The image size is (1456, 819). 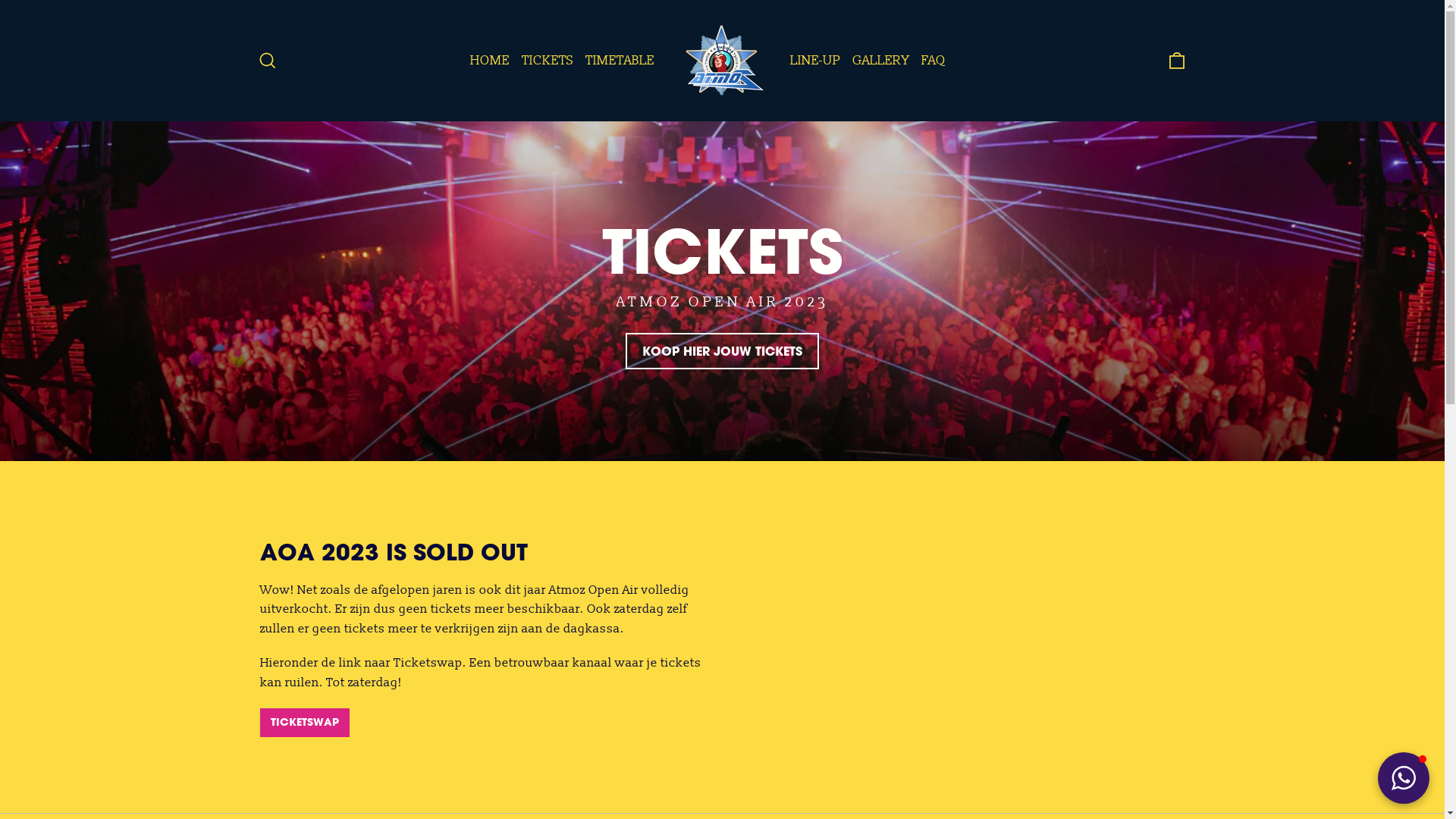 I want to click on 'GALLERY', so click(x=846, y=59).